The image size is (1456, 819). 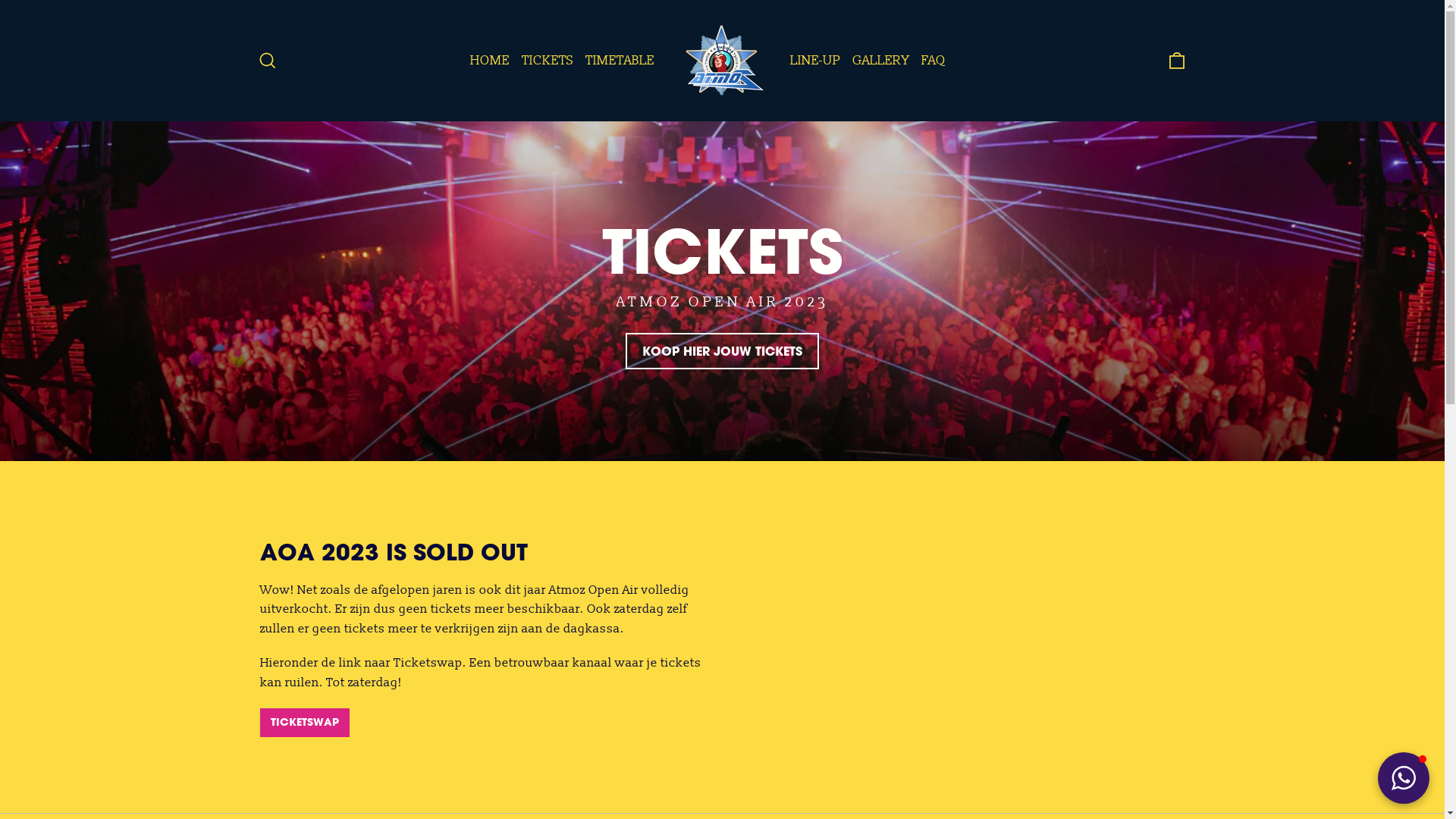 I want to click on 'GALLERY', so click(x=846, y=59).